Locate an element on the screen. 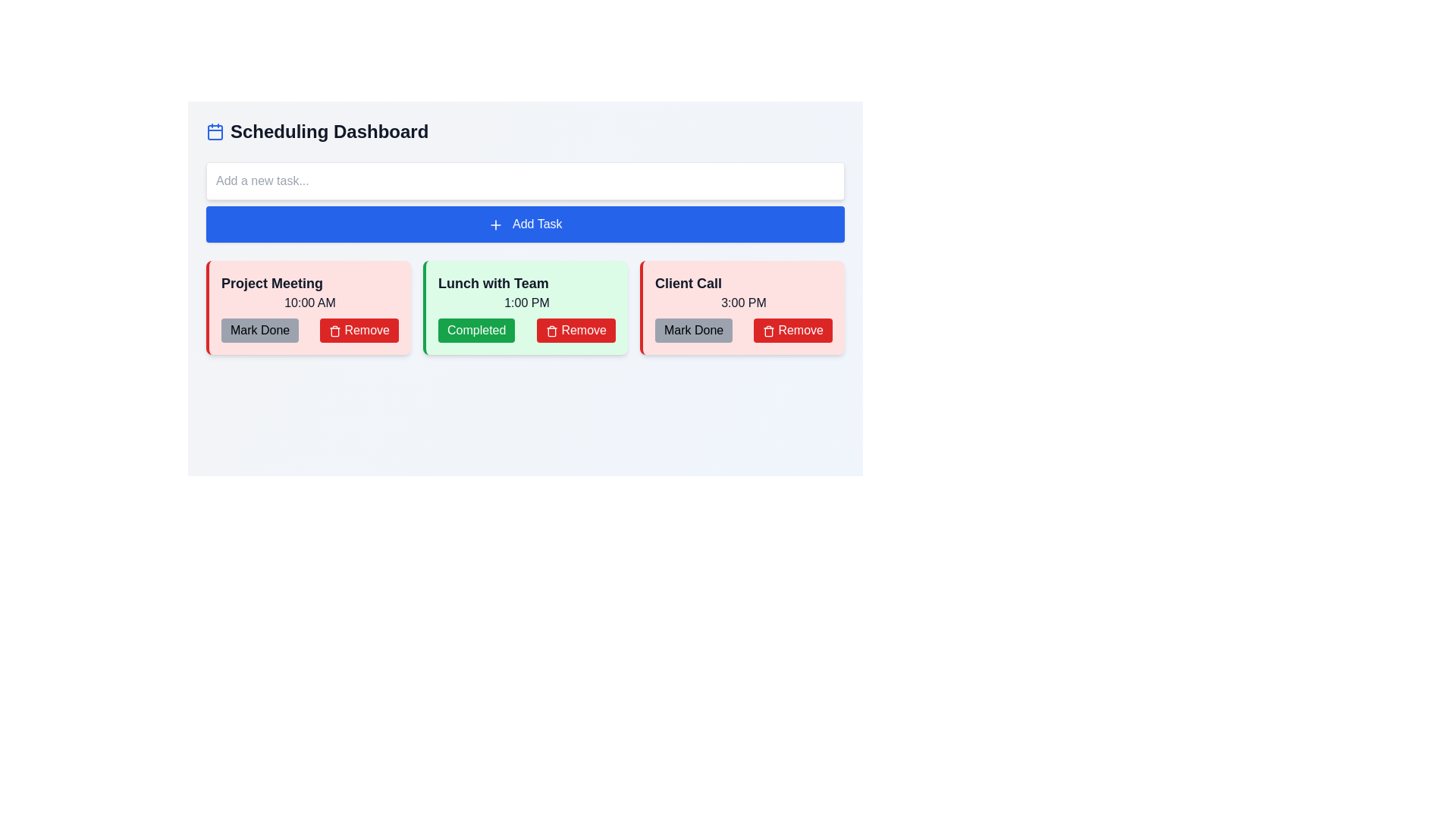 This screenshot has width=1456, height=819. the text label displaying the scheduled time ('3:00 PM') located centrally in the client call task card, positioned below the 'Client Call' title and above the action buttons is located at coordinates (743, 303).